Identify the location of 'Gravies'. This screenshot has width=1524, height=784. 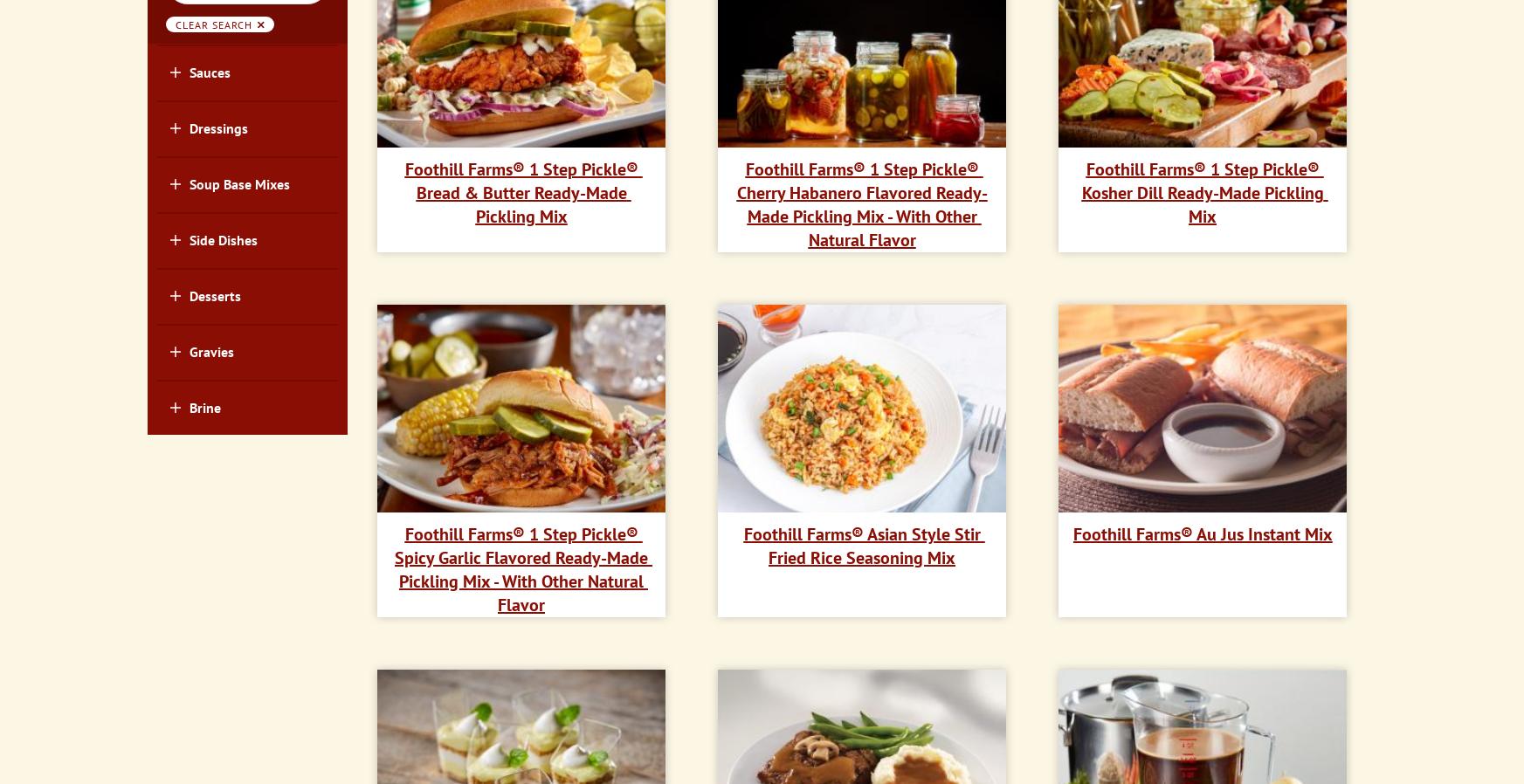
(210, 351).